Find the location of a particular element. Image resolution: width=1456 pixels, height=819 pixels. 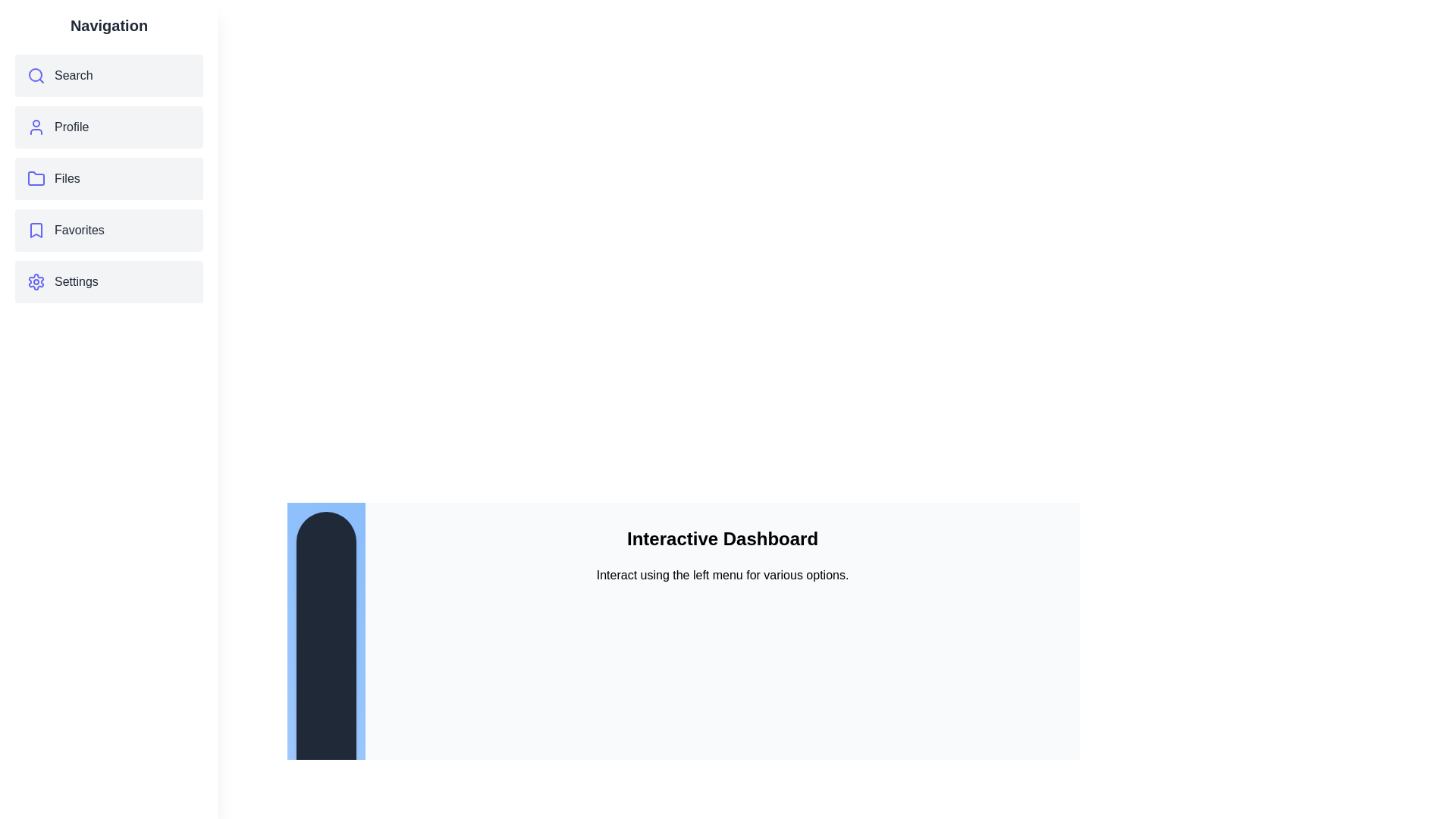

the menu item corresponding to Search to navigate is located at coordinates (108, 76).